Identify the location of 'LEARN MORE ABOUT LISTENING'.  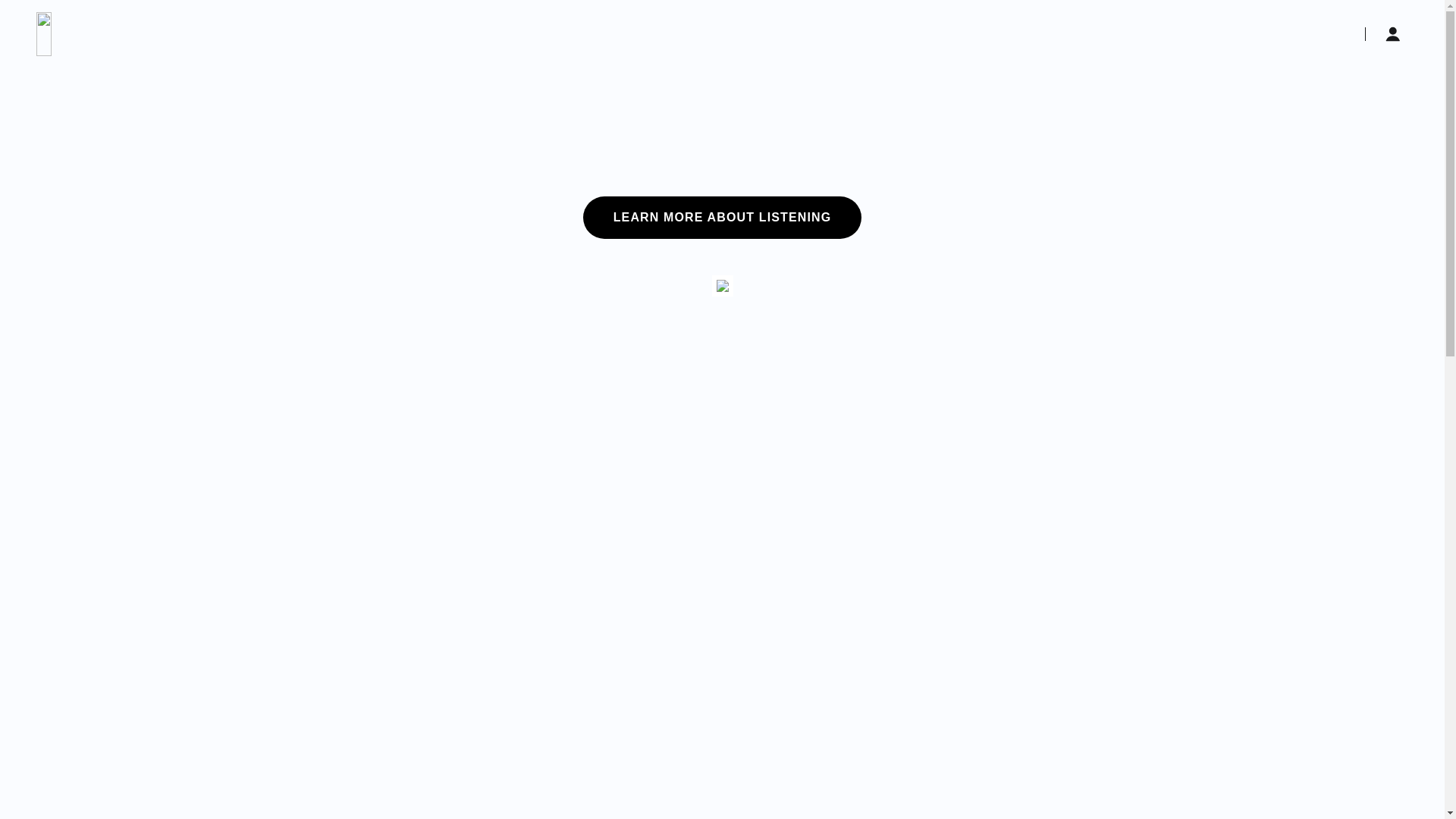
(722, 217).